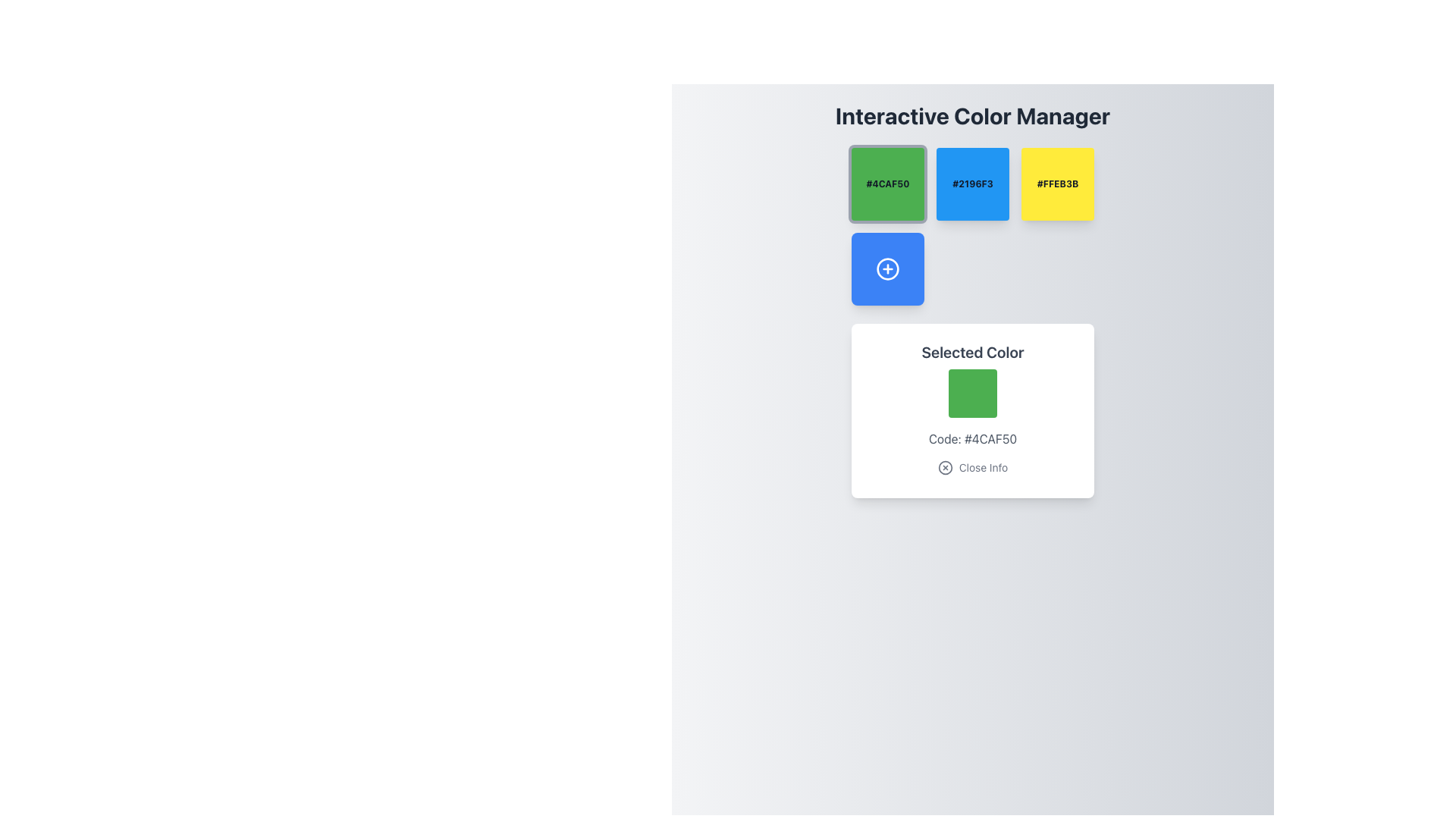 The width and height of the screenshot is (1456, 819). I want to click on the 'Close Info' button, which is the last element in the card layout and features a gray text label and an X icon, so click(972, 467).